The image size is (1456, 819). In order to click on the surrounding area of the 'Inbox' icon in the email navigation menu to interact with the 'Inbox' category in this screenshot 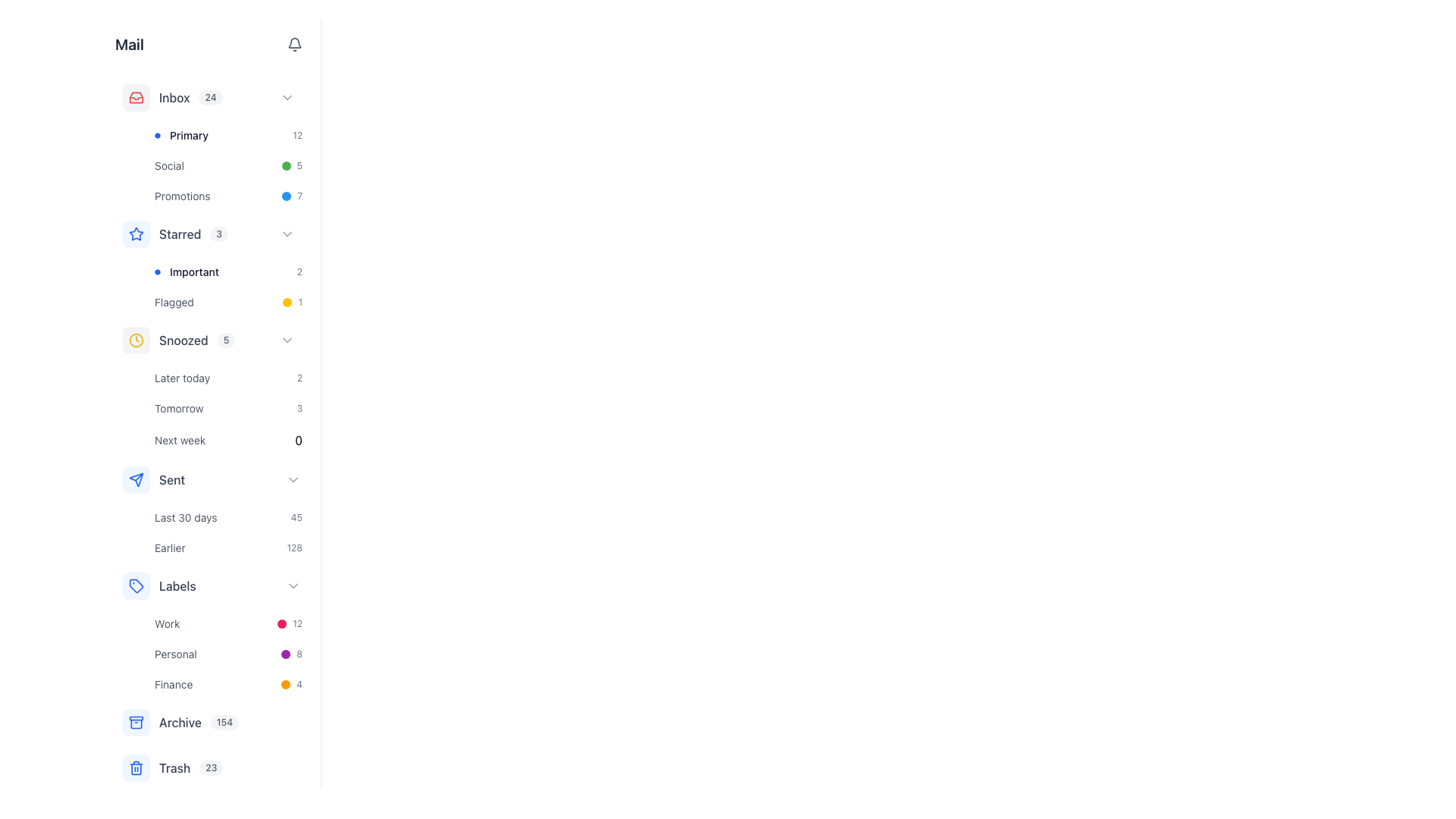, I will do `click(136, 97)`.